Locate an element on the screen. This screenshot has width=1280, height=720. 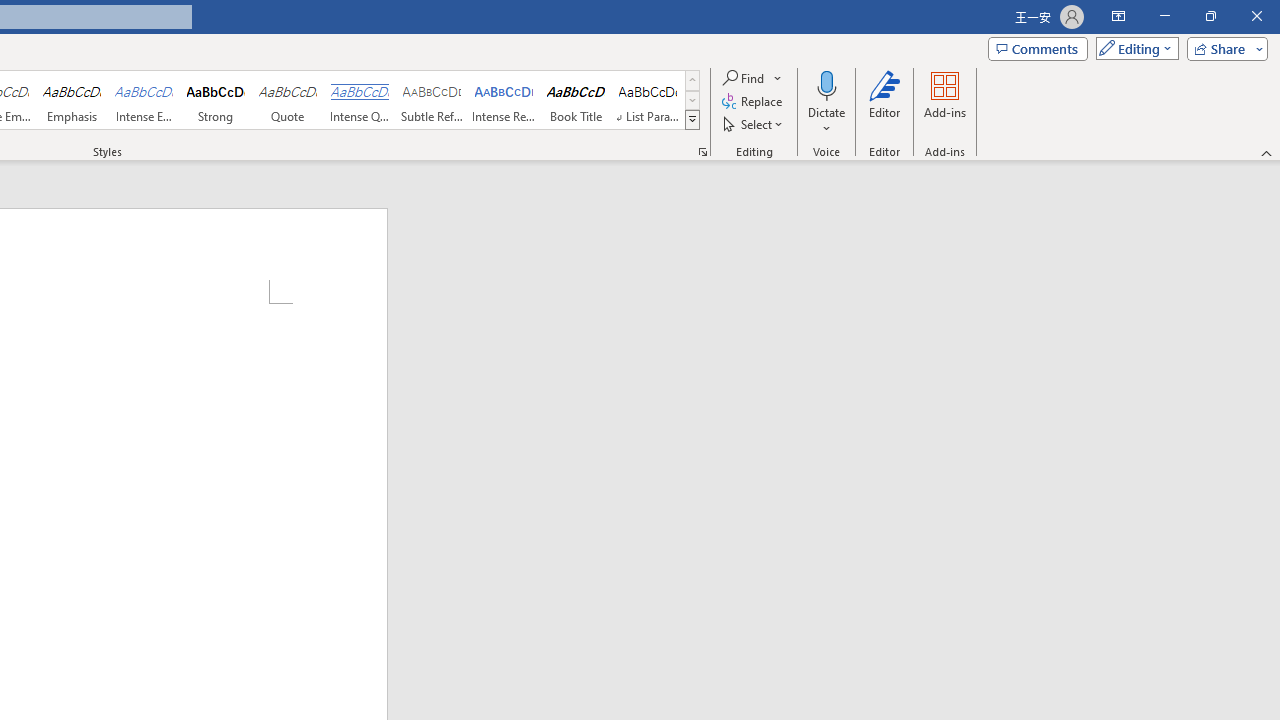
'Intense Quote' is located at coordinates (359, 100).